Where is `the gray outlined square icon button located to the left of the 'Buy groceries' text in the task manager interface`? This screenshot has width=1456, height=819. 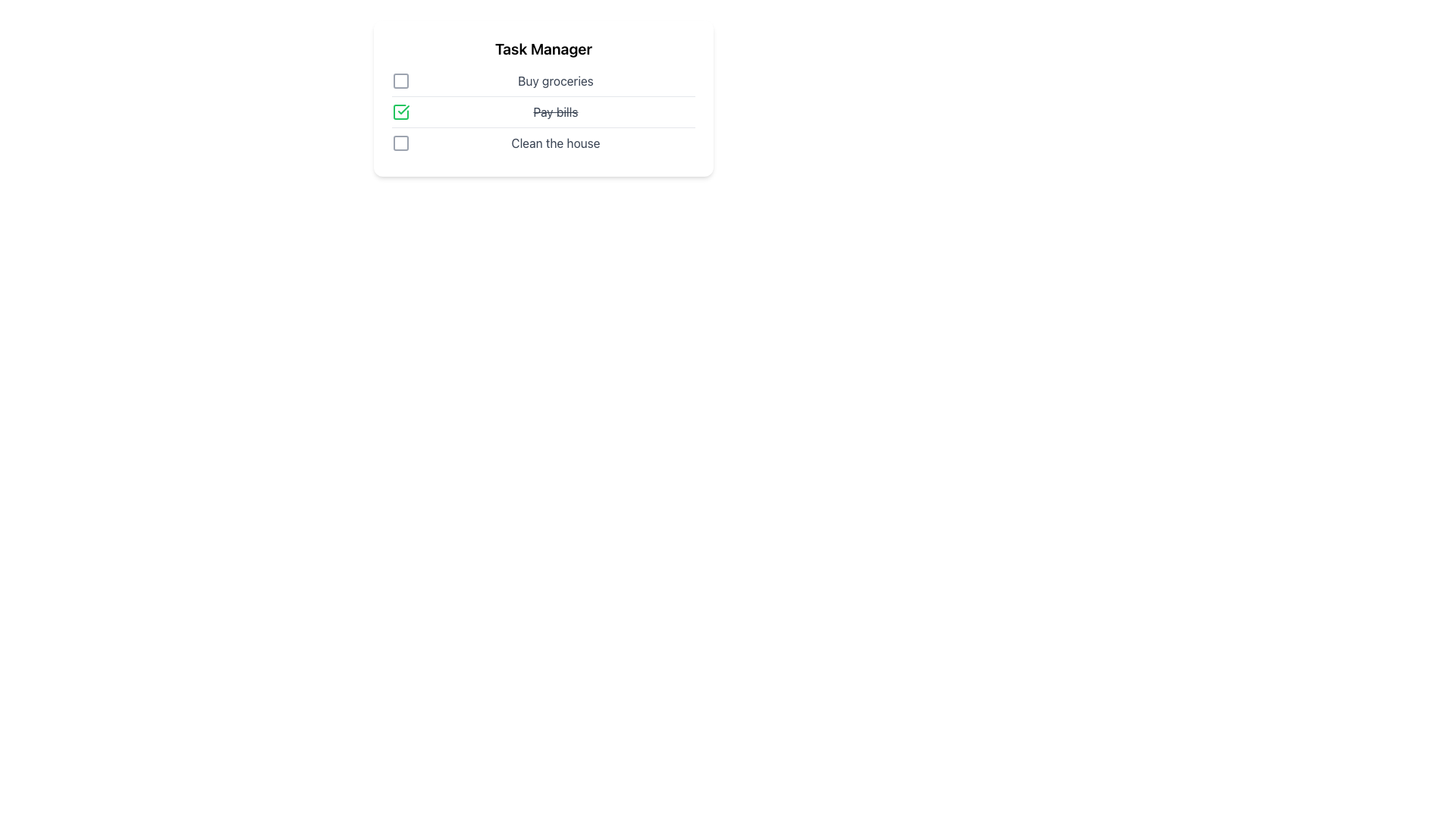
the gray outlined square icon button located to the left of the 'Buy groceries' text in the task manager interface is located at coordinates (400, 81).